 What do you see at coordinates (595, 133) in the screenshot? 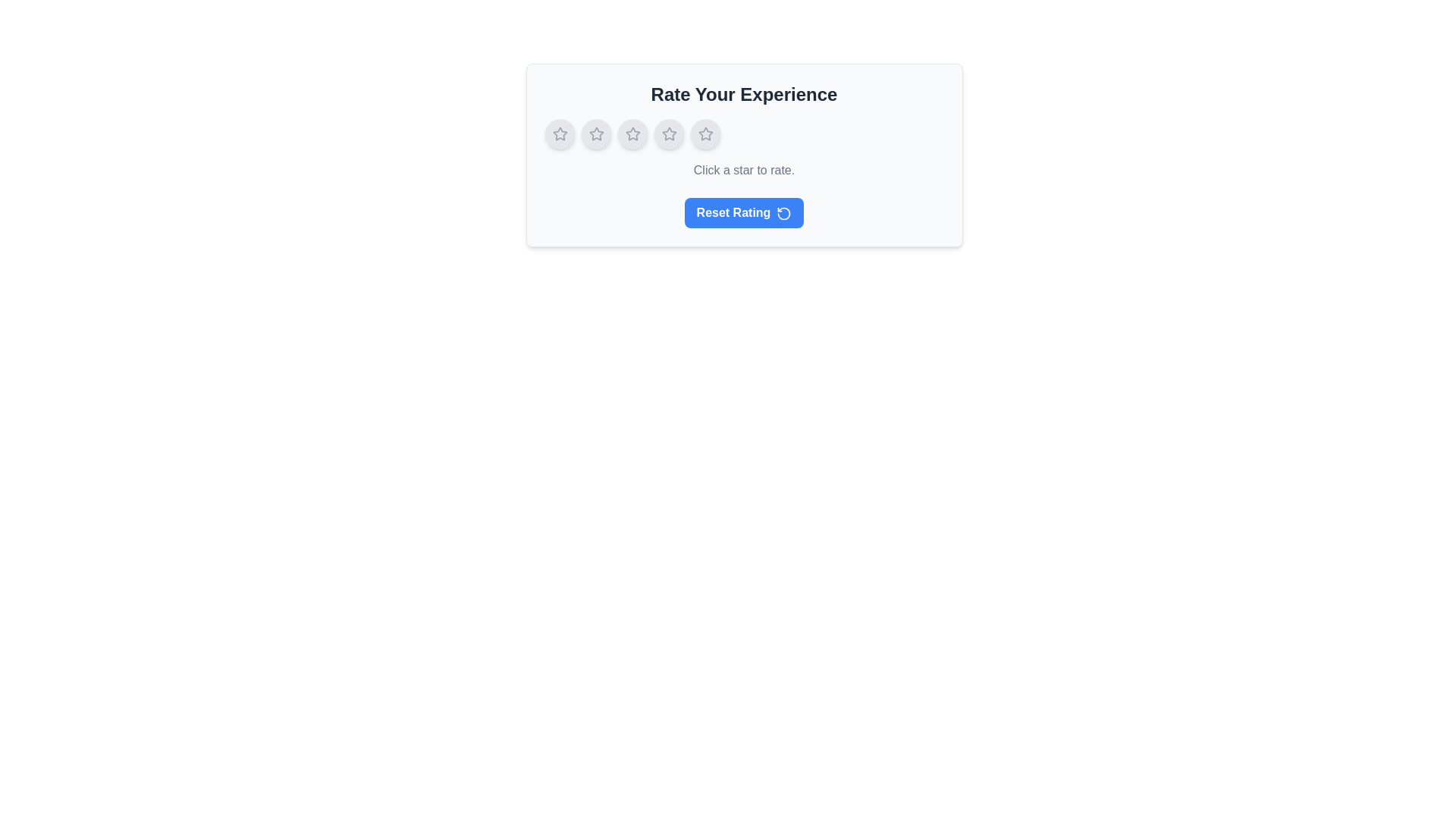
I see `the second star in the five-star rating system` at bounding box center [595, 133].